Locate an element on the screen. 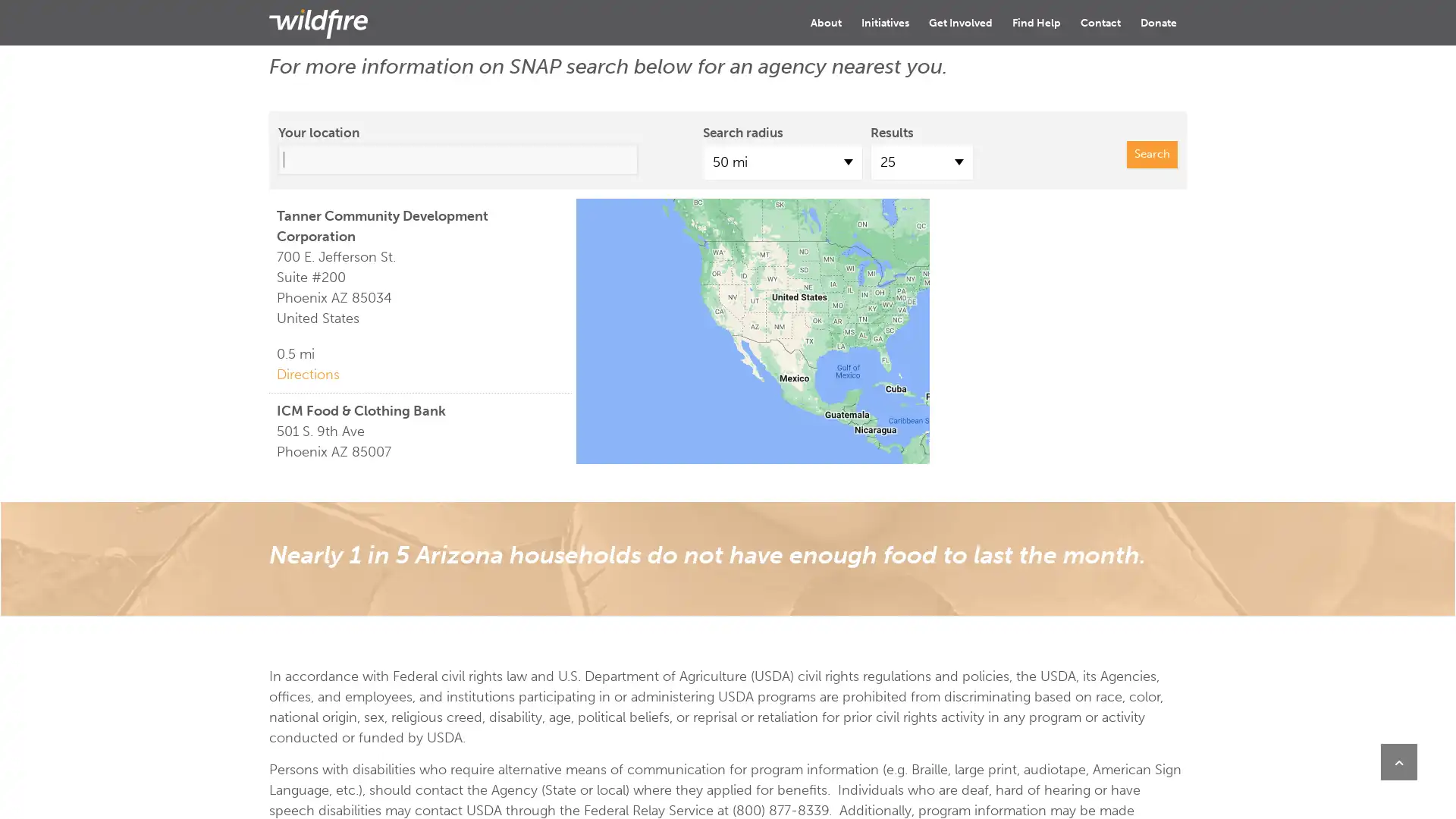  Mountain Park Health Center  Gateway is located at coordinates (916, 318).